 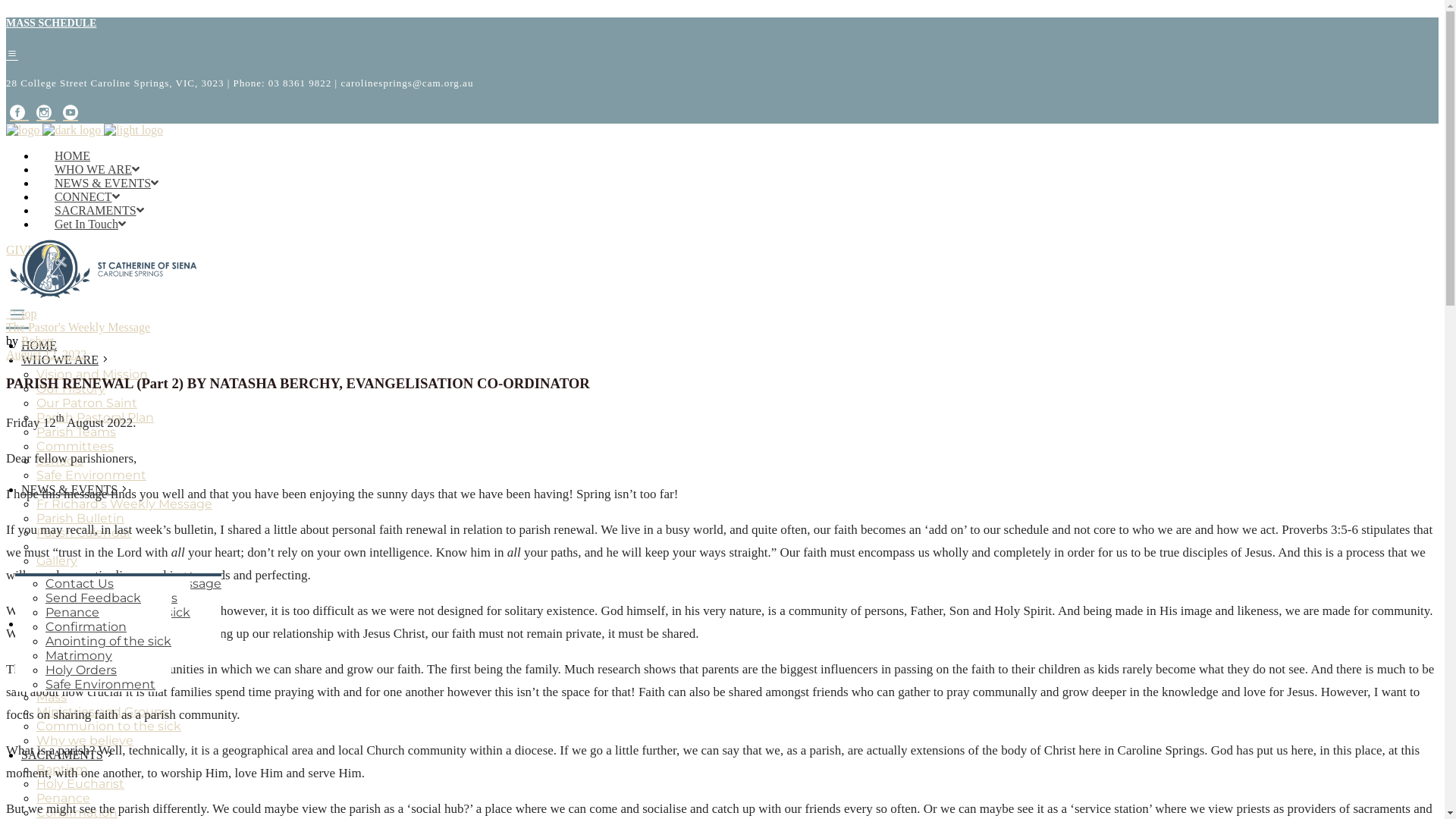 I want to click on 'Parish Calendar', so click(x=83, y=532).